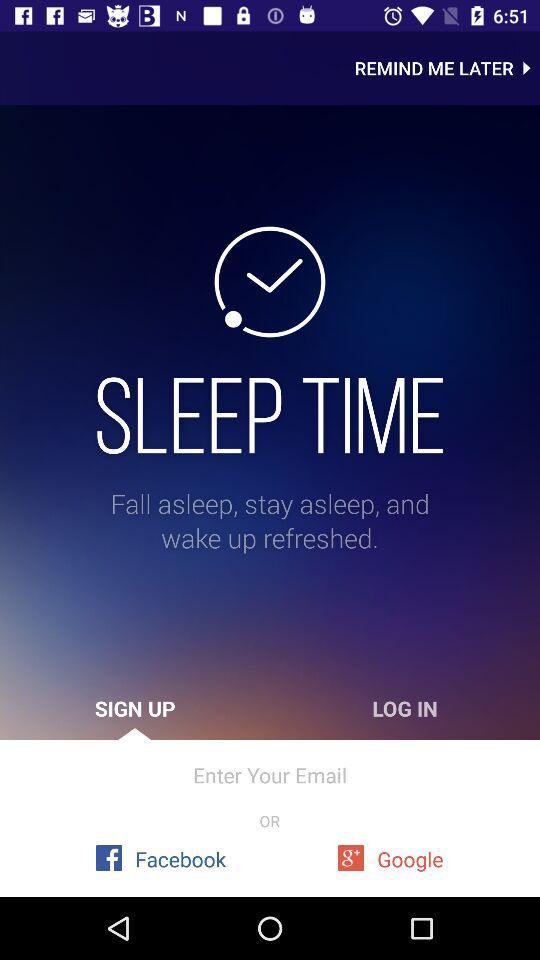 This screenshot has height=960, width=540. Describe the element at coordinates (405, 708) in the screenshot. I see `log in icon` at that location.